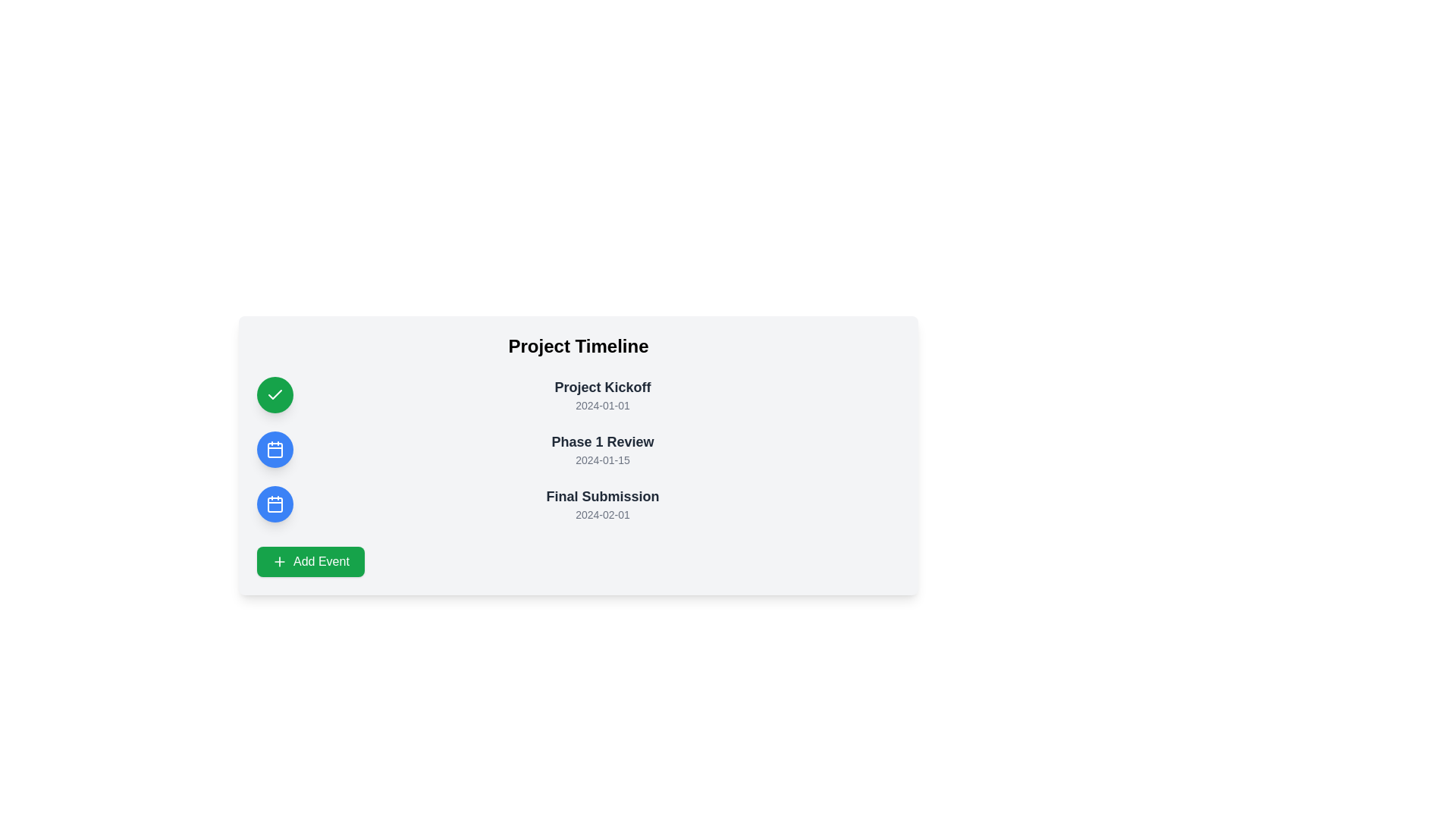  I want to click on the 'Phase 1 Review' event, so click(578, 449).